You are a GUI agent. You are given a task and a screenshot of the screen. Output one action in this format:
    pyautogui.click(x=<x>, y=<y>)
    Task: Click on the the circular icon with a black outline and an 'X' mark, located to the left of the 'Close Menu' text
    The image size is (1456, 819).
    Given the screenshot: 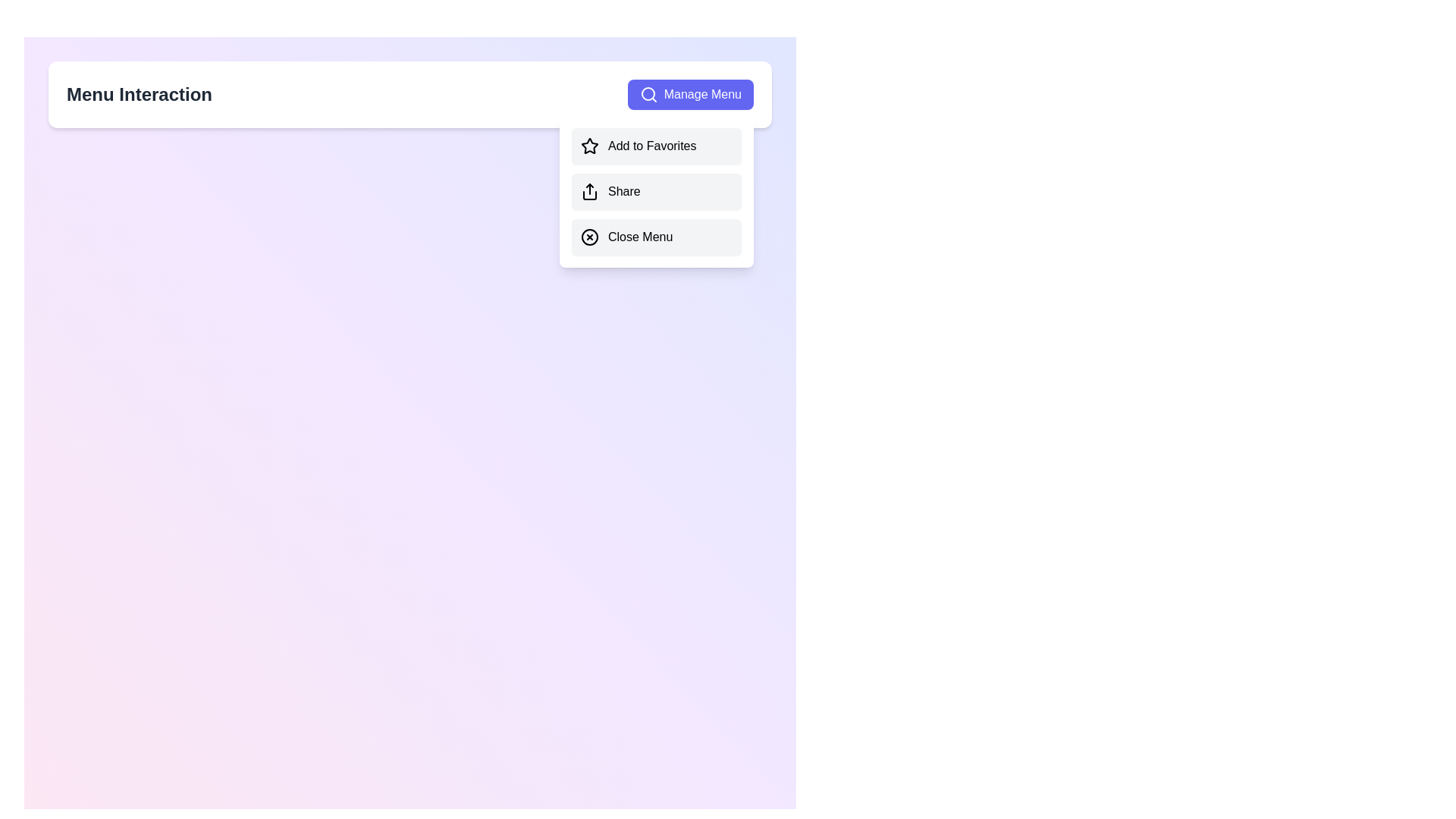 What is the action you would take?
    pyautogui.click(x=588, y=237)
    